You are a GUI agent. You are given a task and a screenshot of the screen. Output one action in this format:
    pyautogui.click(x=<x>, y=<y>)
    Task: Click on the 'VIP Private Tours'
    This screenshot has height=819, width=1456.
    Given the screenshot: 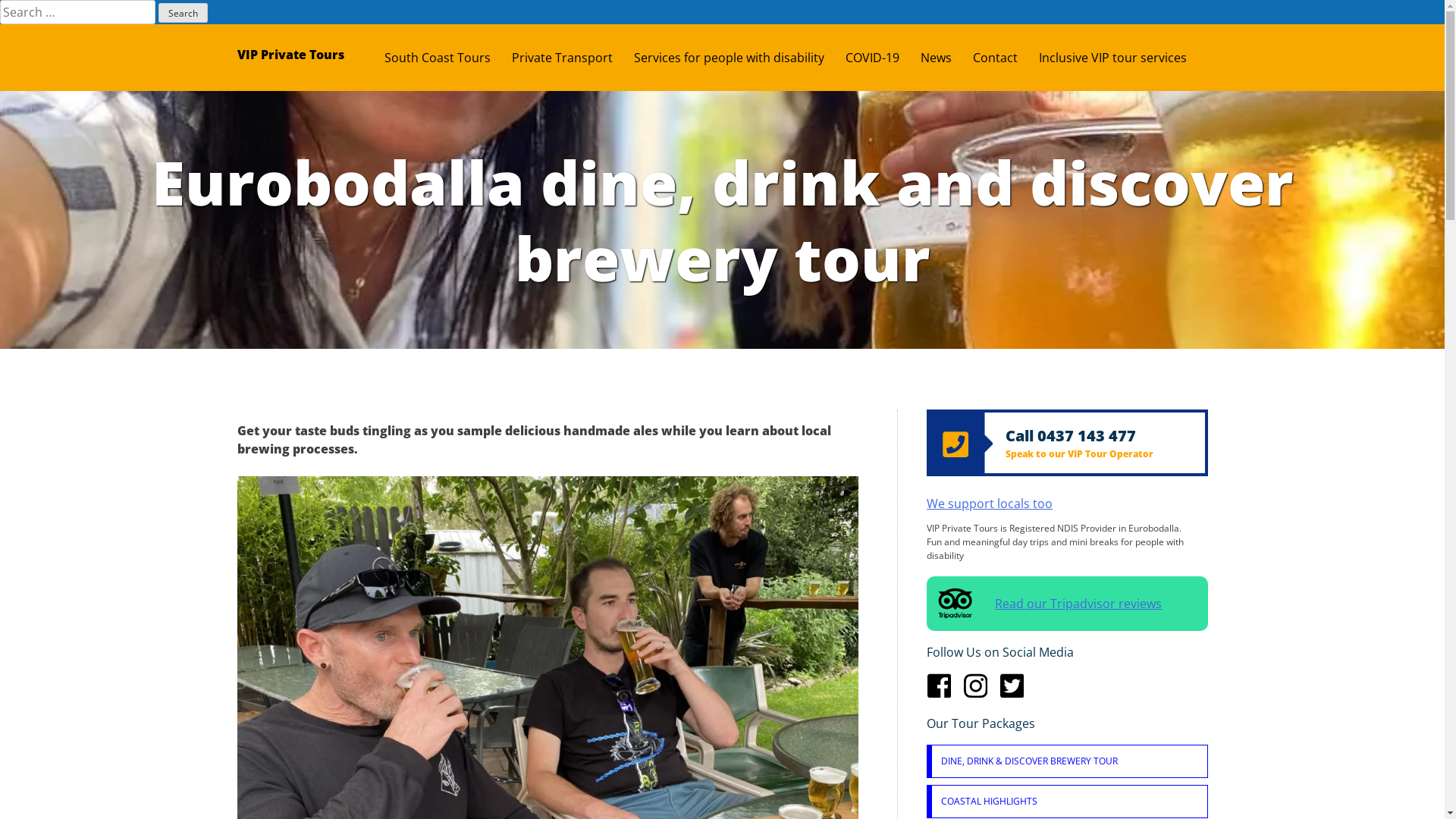 What is the action you would take?
    pyautogui.click(x=290, y=54)
    